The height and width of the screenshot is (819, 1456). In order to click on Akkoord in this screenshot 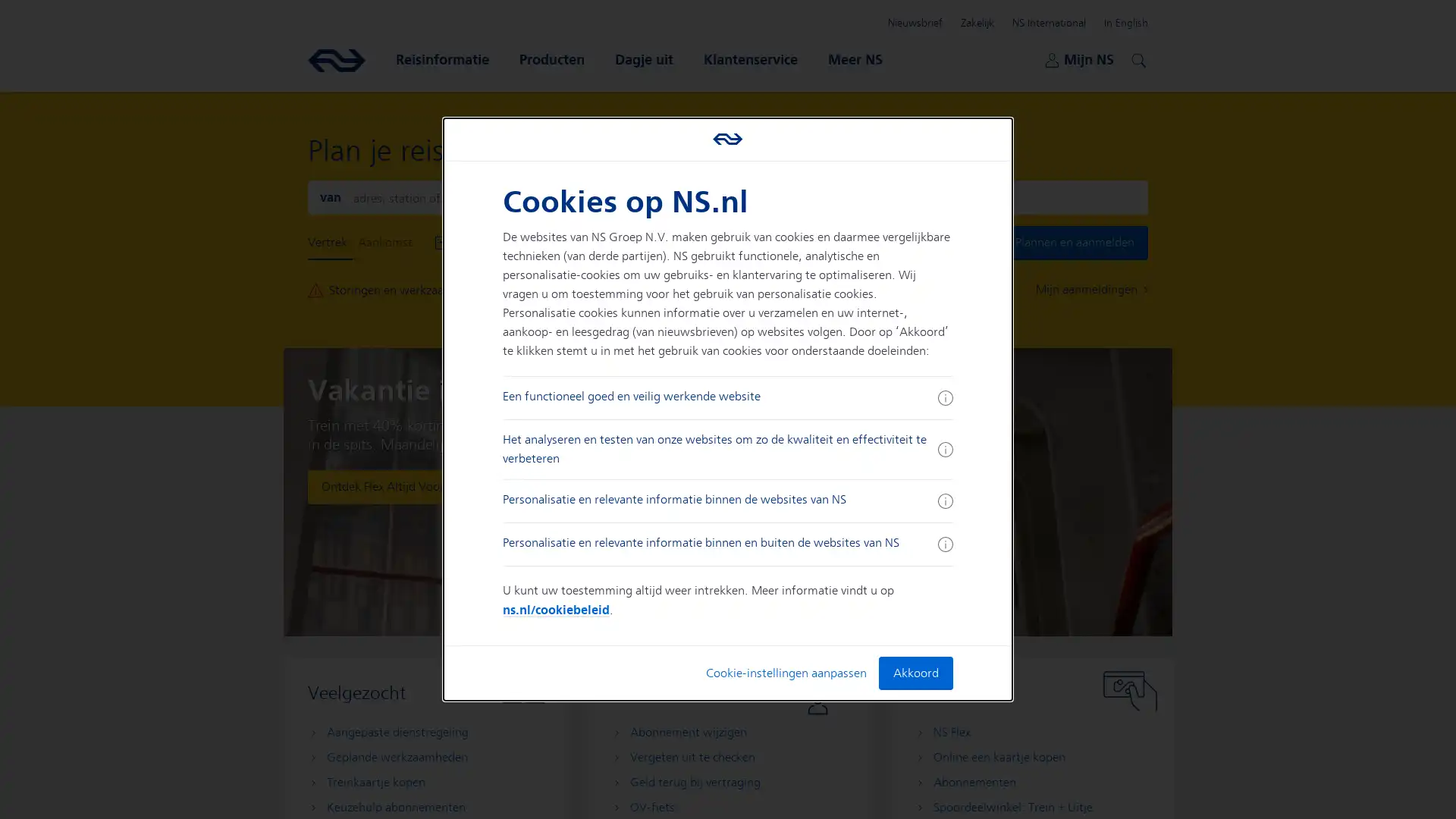, I will do `click(914, 672)`.